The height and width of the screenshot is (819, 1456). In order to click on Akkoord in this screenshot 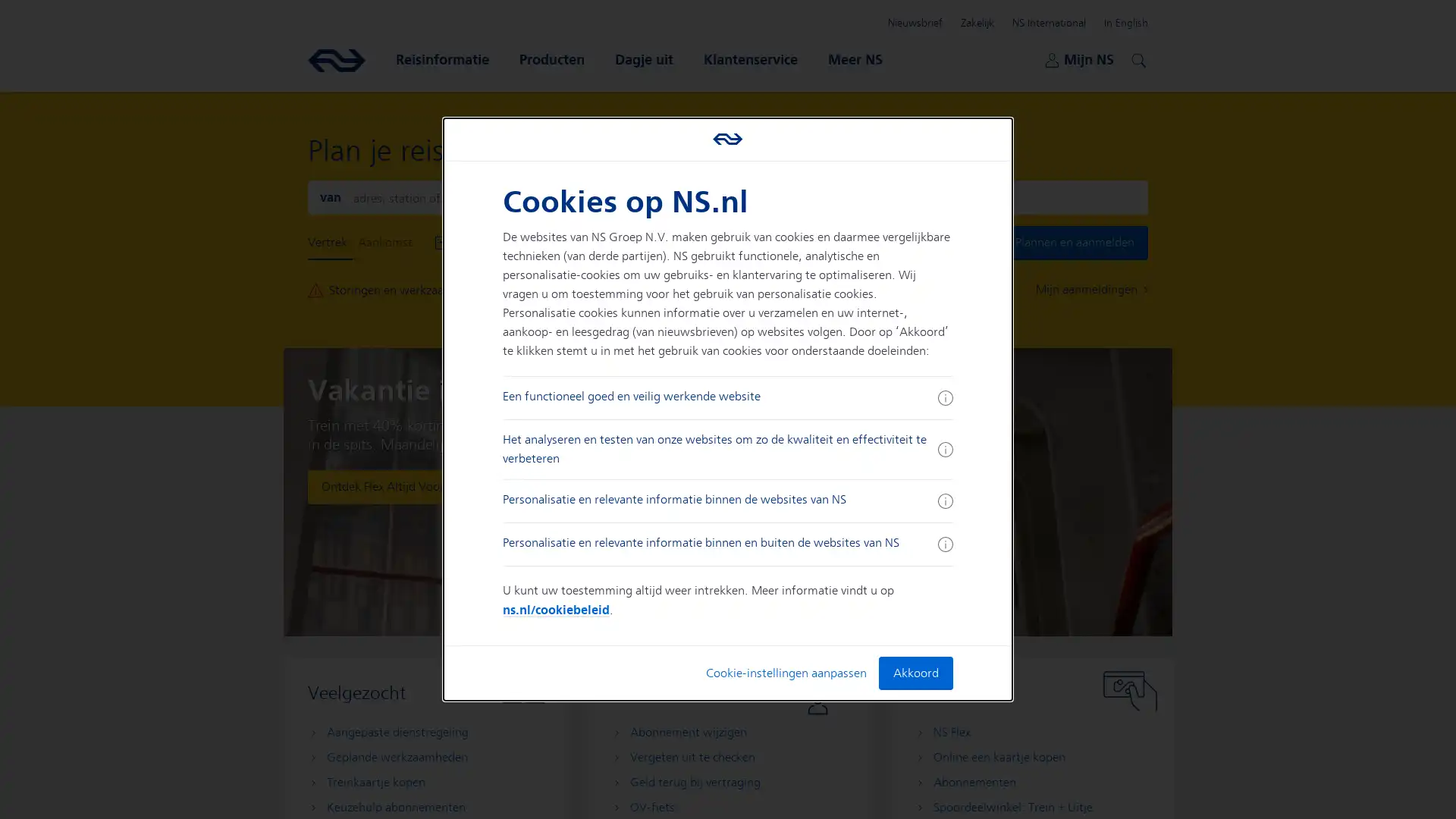, I will do `click(914, 672)`.